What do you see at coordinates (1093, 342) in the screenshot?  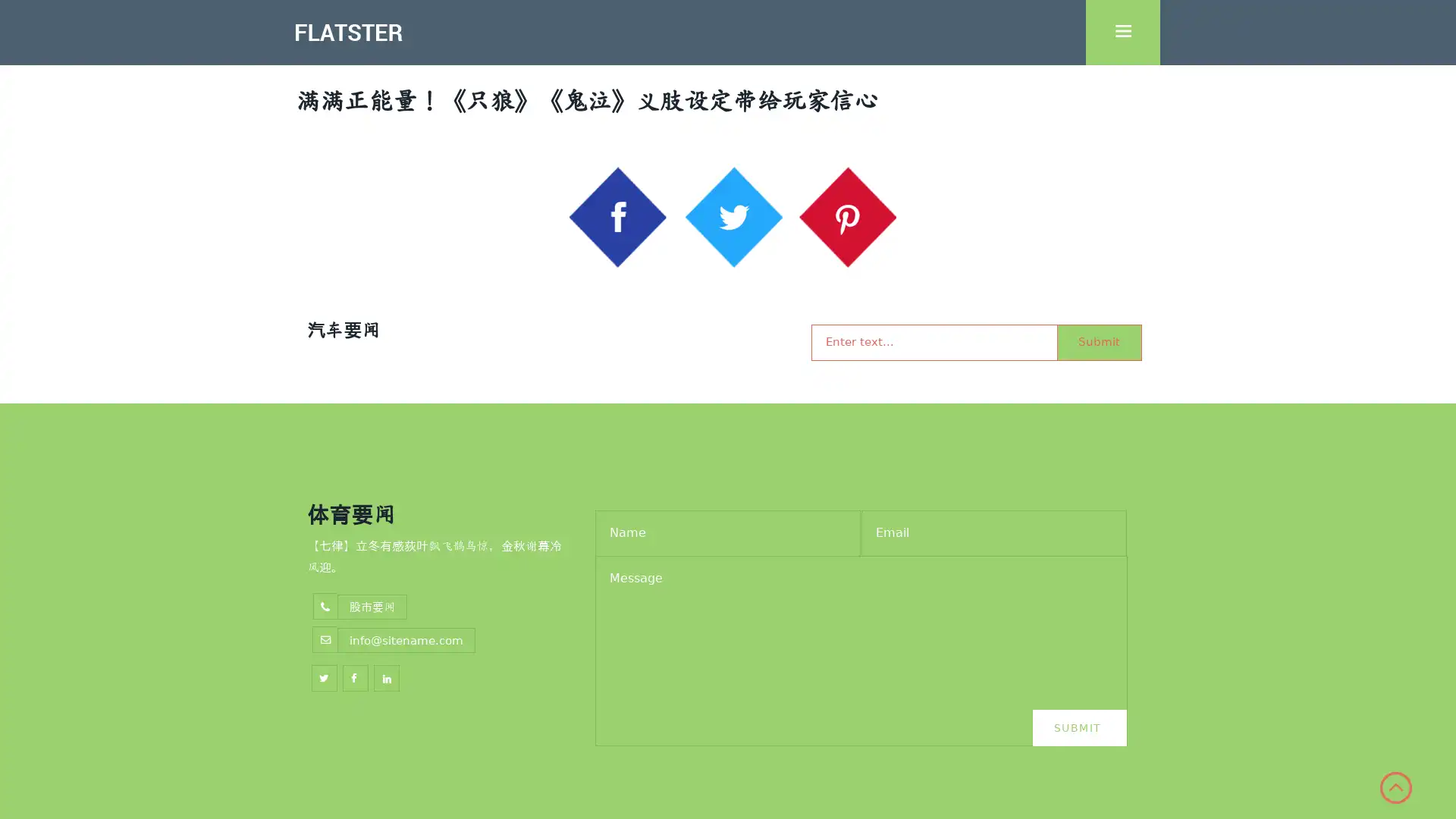 I see `Submit` at bounding box center [1093, 342].